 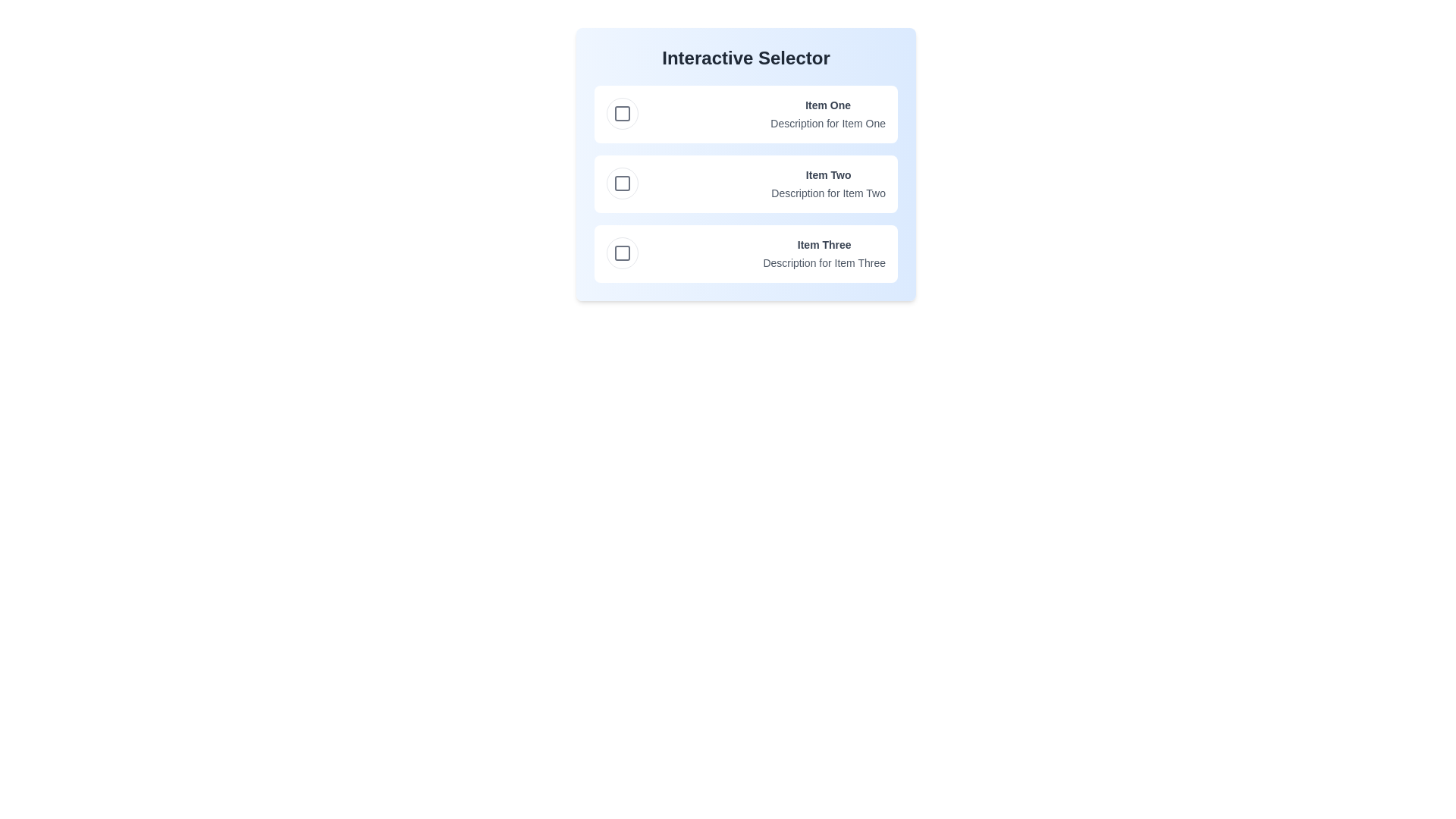 What do you see at coordinates (622, 183) in the screenshot?
I see `the checkbox with a red stroke and transparent fill located next to the label 'Item Two' in the interactive selector component to trigger a potential focus effect` at bounding box center [622, 183].